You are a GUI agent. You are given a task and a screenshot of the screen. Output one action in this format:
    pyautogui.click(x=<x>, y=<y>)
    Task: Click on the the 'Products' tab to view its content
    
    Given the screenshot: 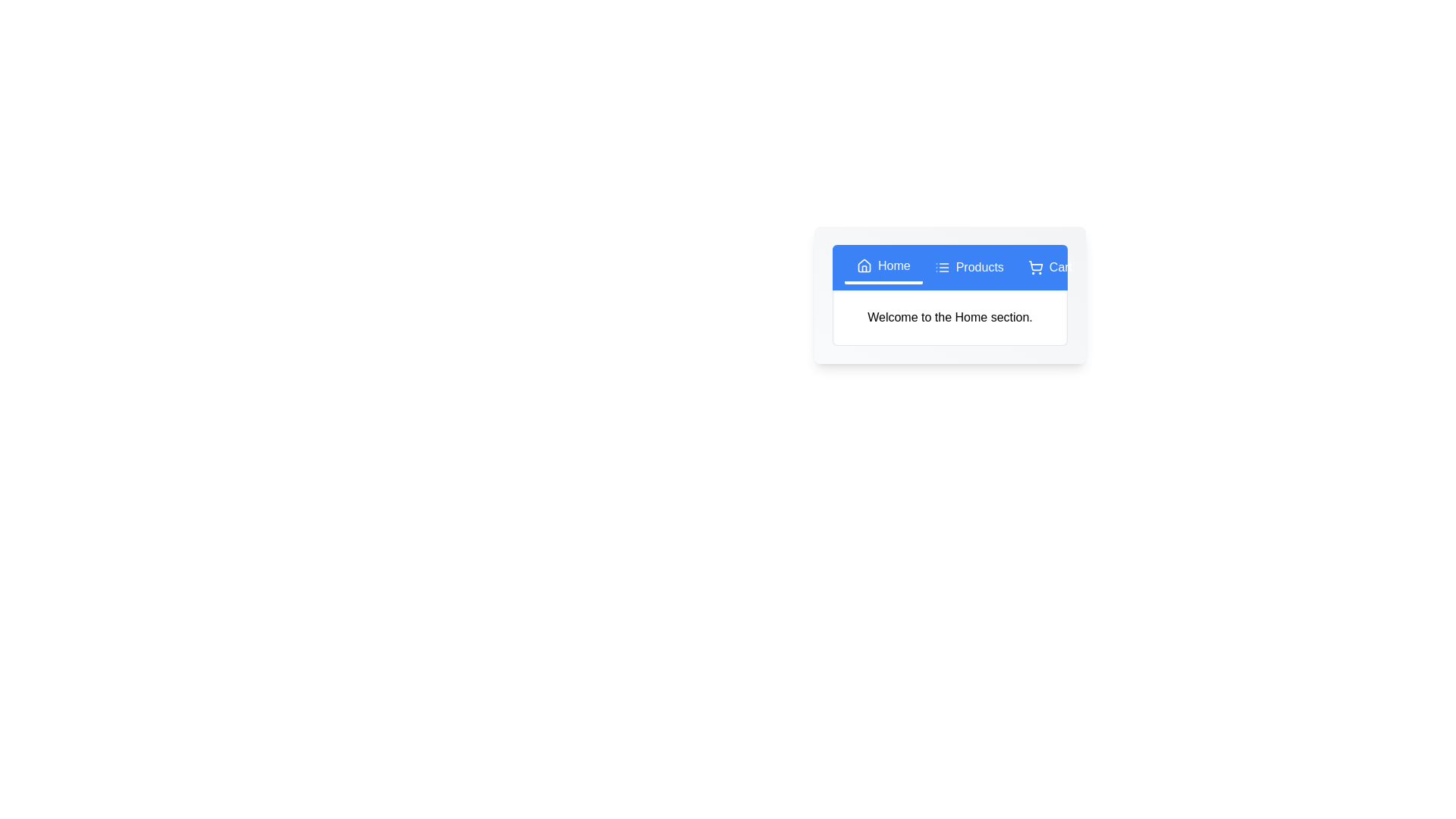 What is the action you would take?
    pyautogui.click(x=968, y=267)
    